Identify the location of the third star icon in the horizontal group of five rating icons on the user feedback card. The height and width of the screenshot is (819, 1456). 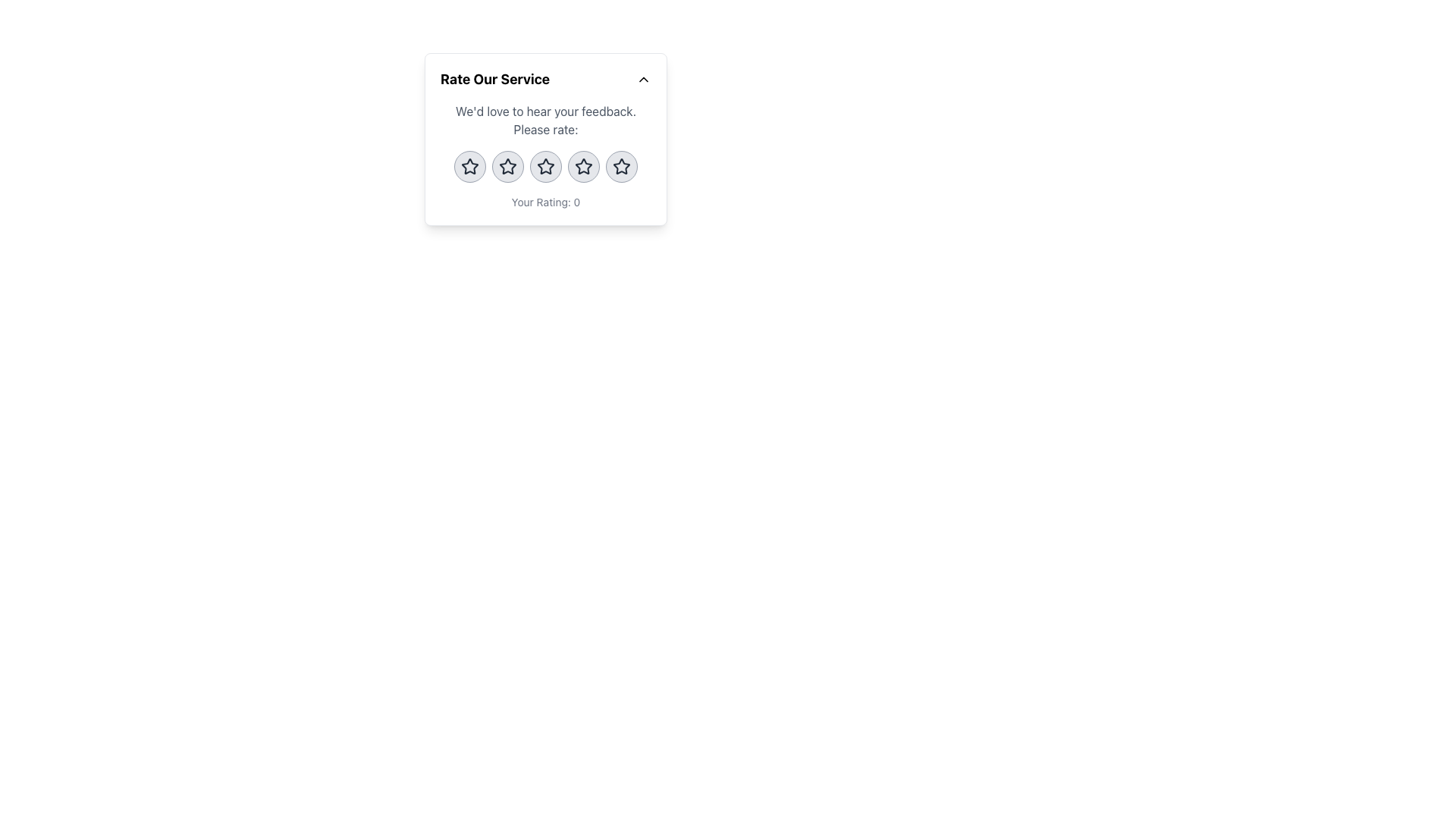
(546, 166).